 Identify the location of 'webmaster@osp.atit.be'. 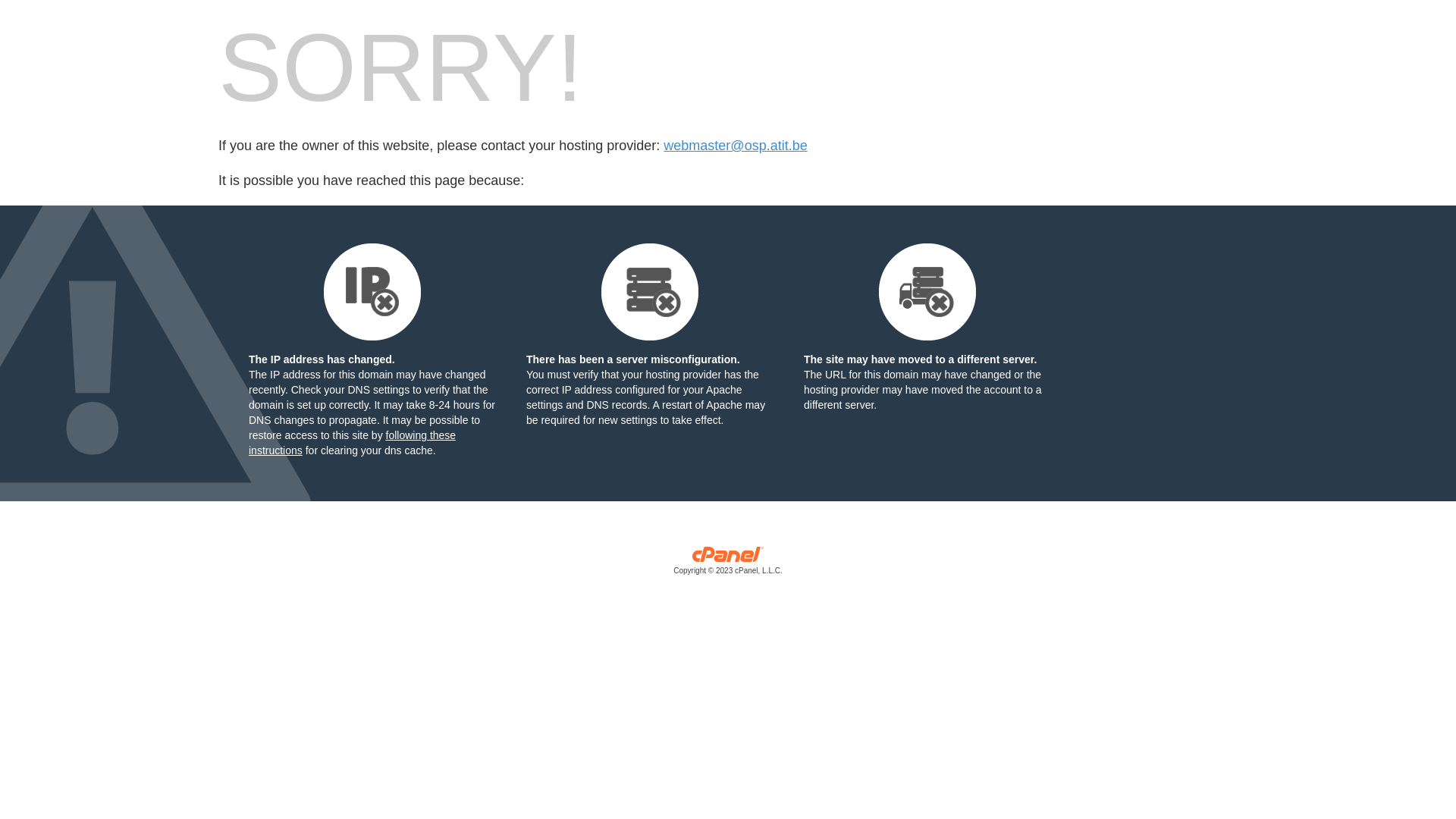
(663, 146).